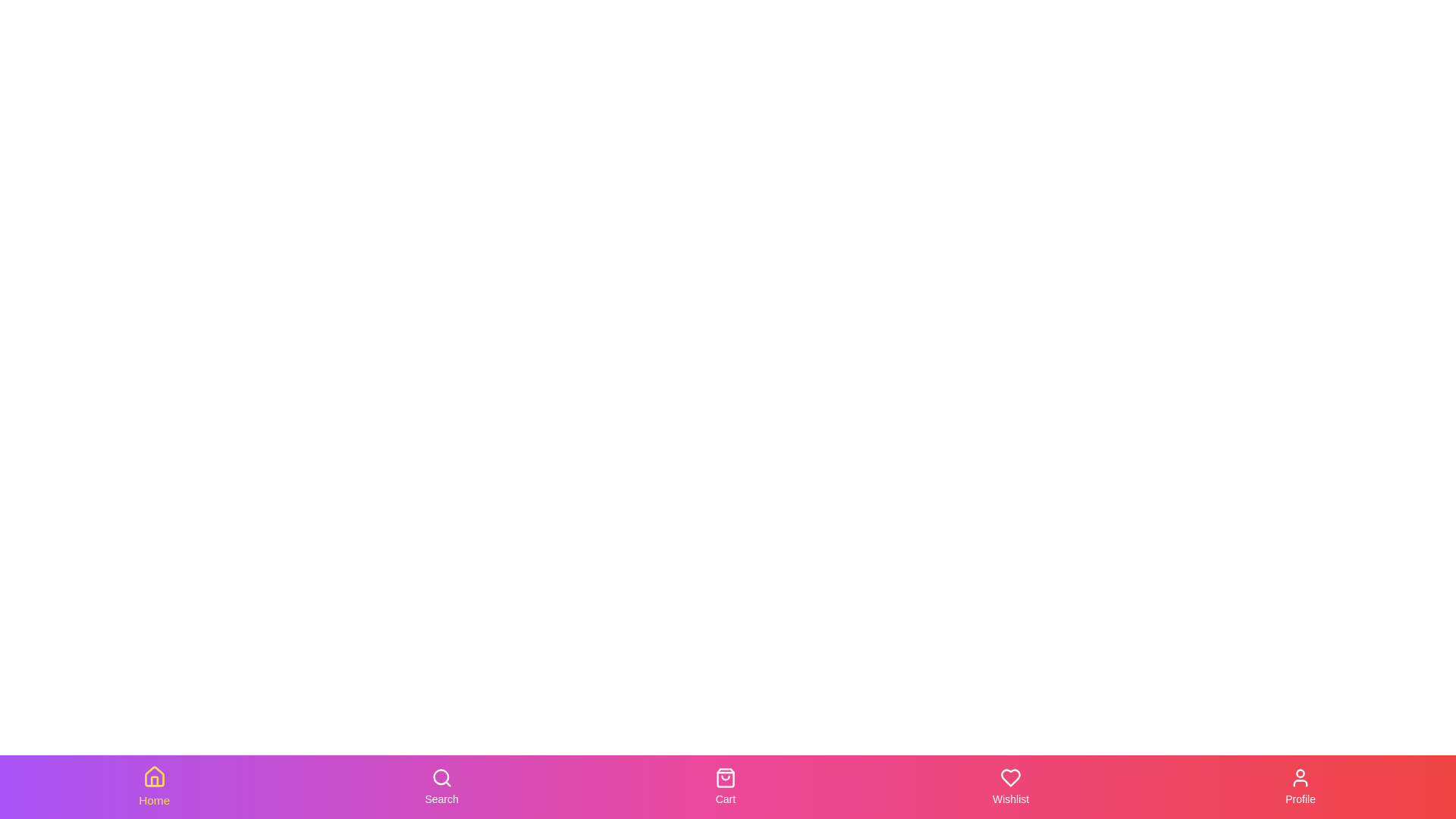 The image size is (1456, 819). What do you see at coordinates (1299, 786) in the screenshot?
I see `the Profile tab in the bottom navigation bar` at bounding box center [1299, 786].